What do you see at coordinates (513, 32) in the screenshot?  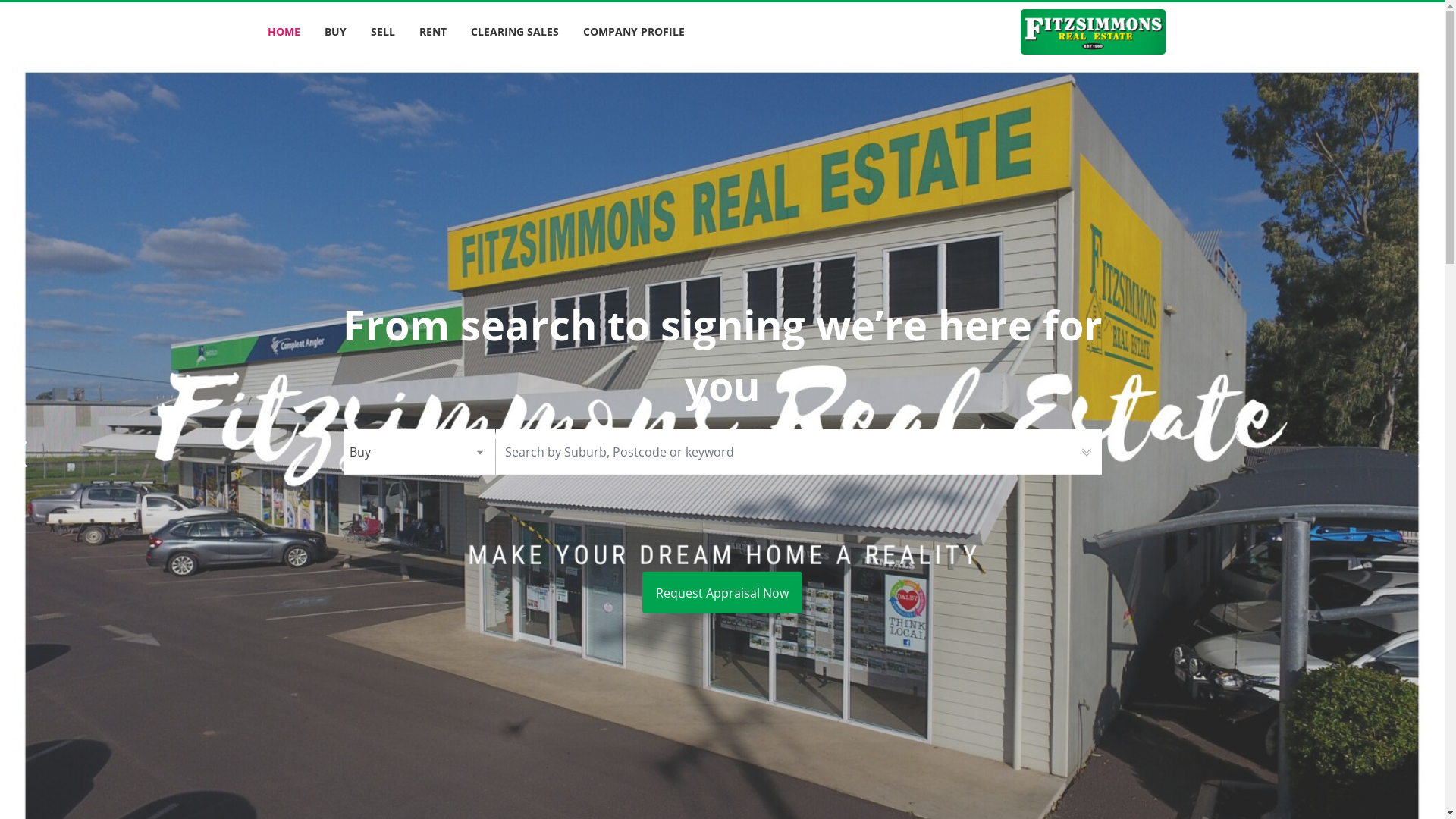 I see `'CLEARING SALES'` at bounding box center [513, 32].